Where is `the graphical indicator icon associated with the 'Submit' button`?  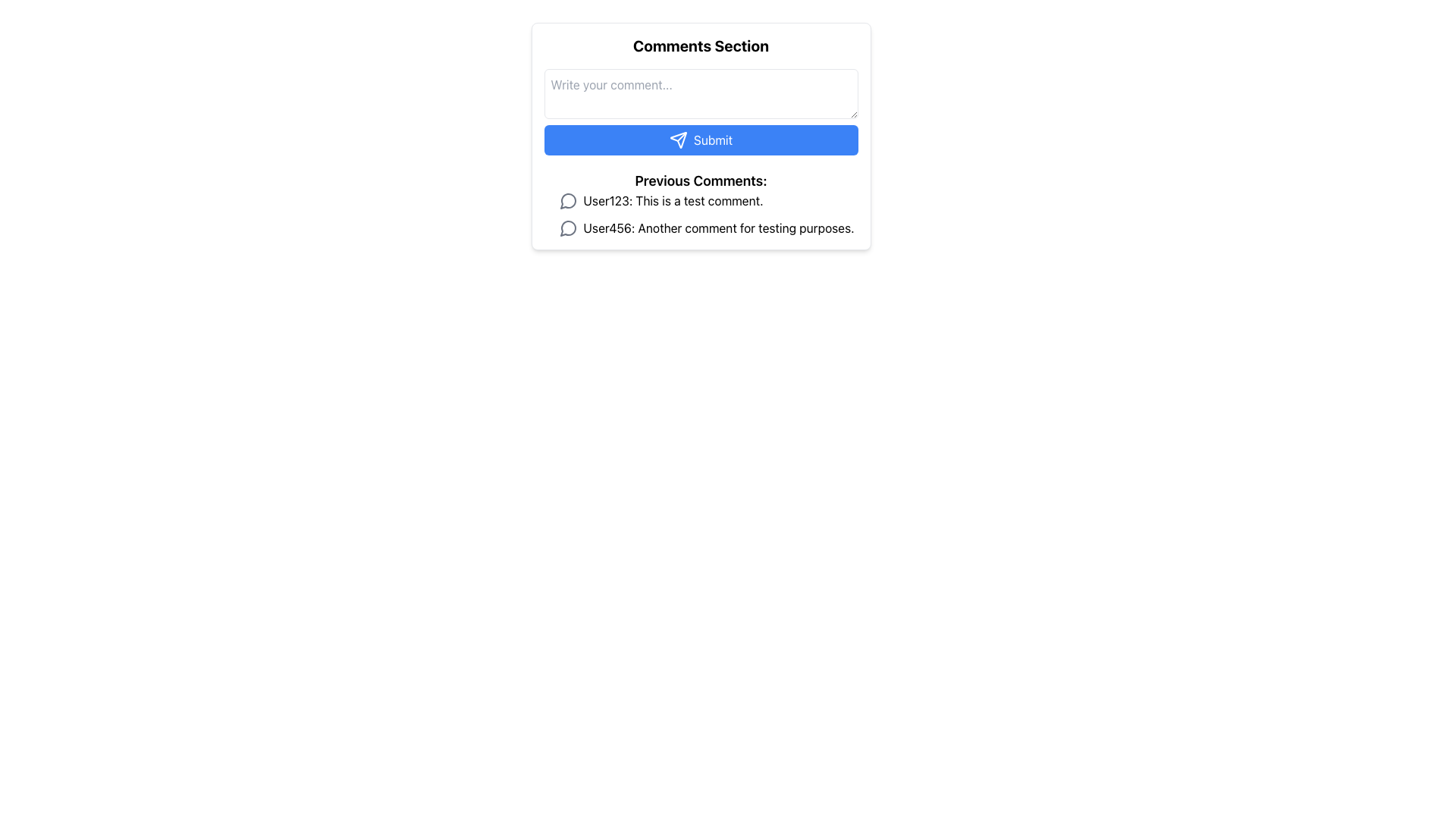 the graphical indicator icon associated with the 'Submit' button is located at coordinates (677, 140).